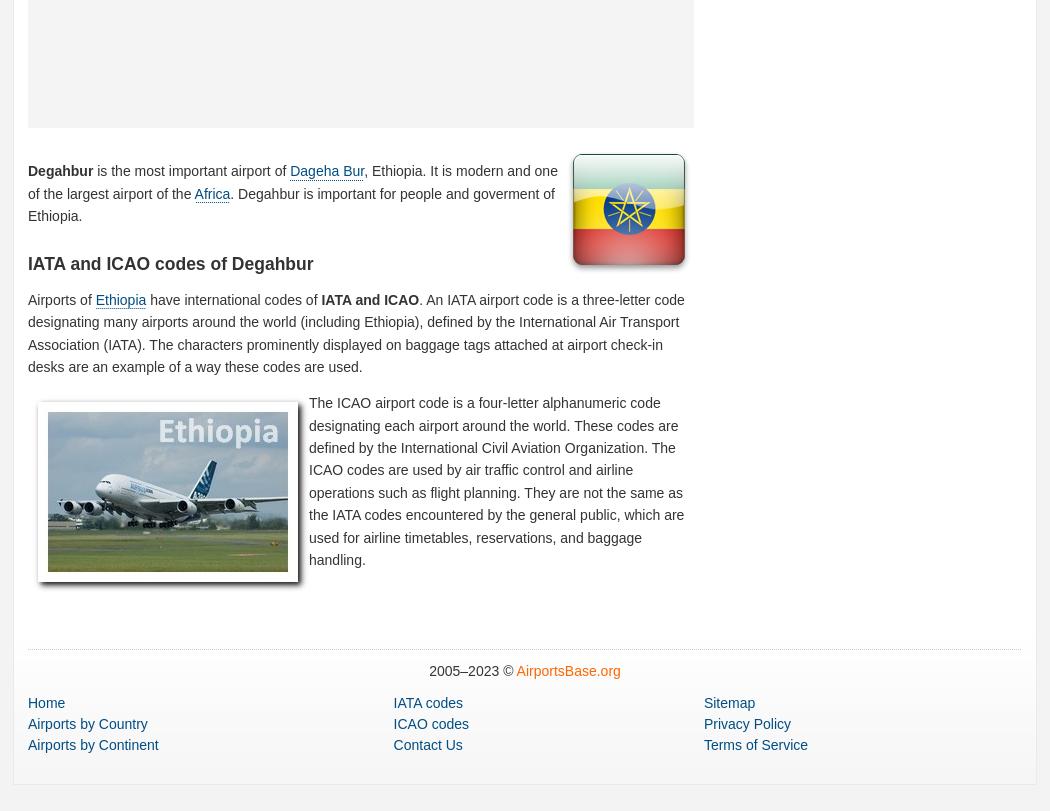  Describe the element at coordinates (193, 193) in the screenshot. I see `'Africa'` at that location.